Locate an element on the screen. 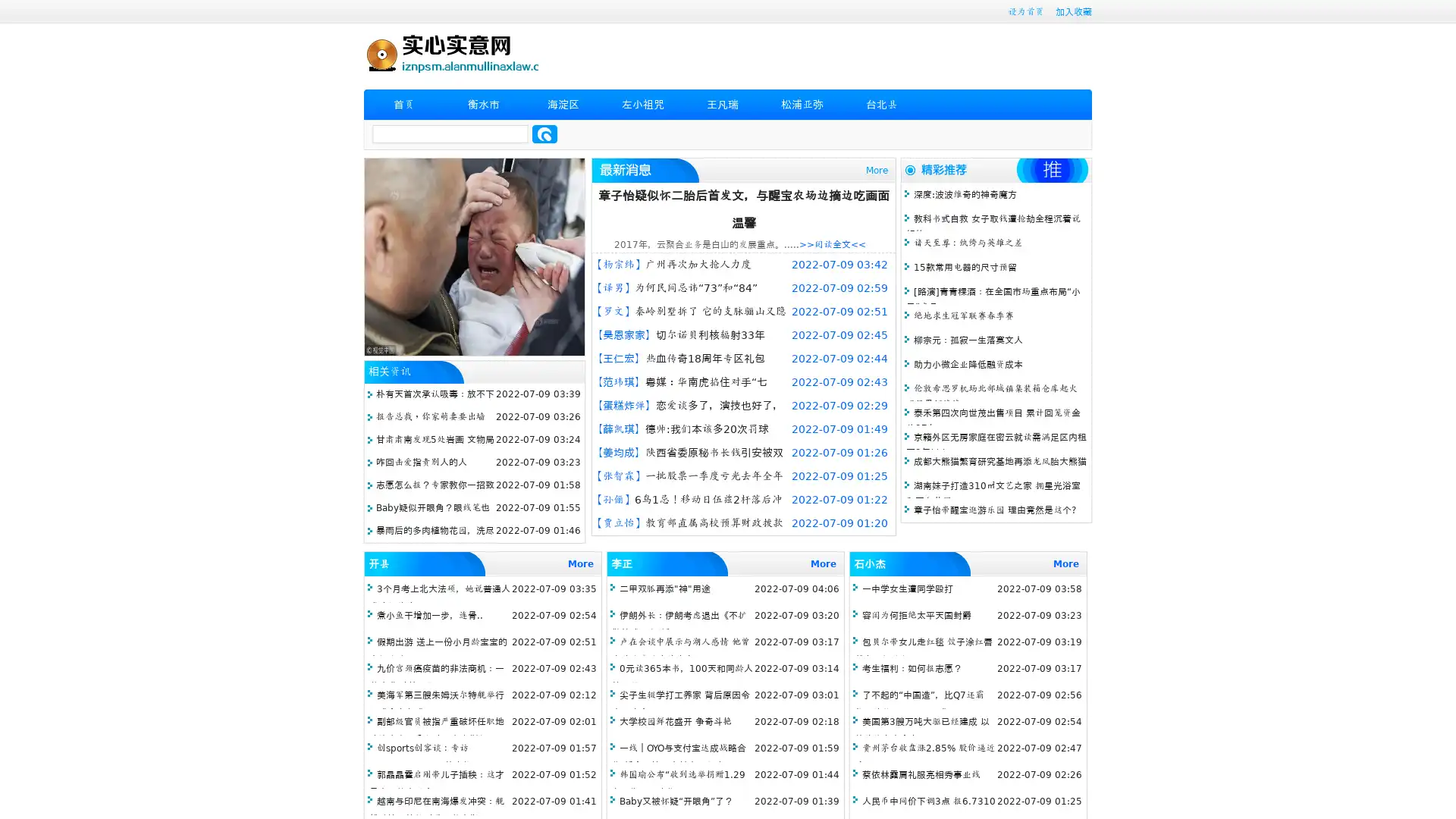 The height and width of the screenshot is (819, 1456). Search is located at coordinates (544, 133).